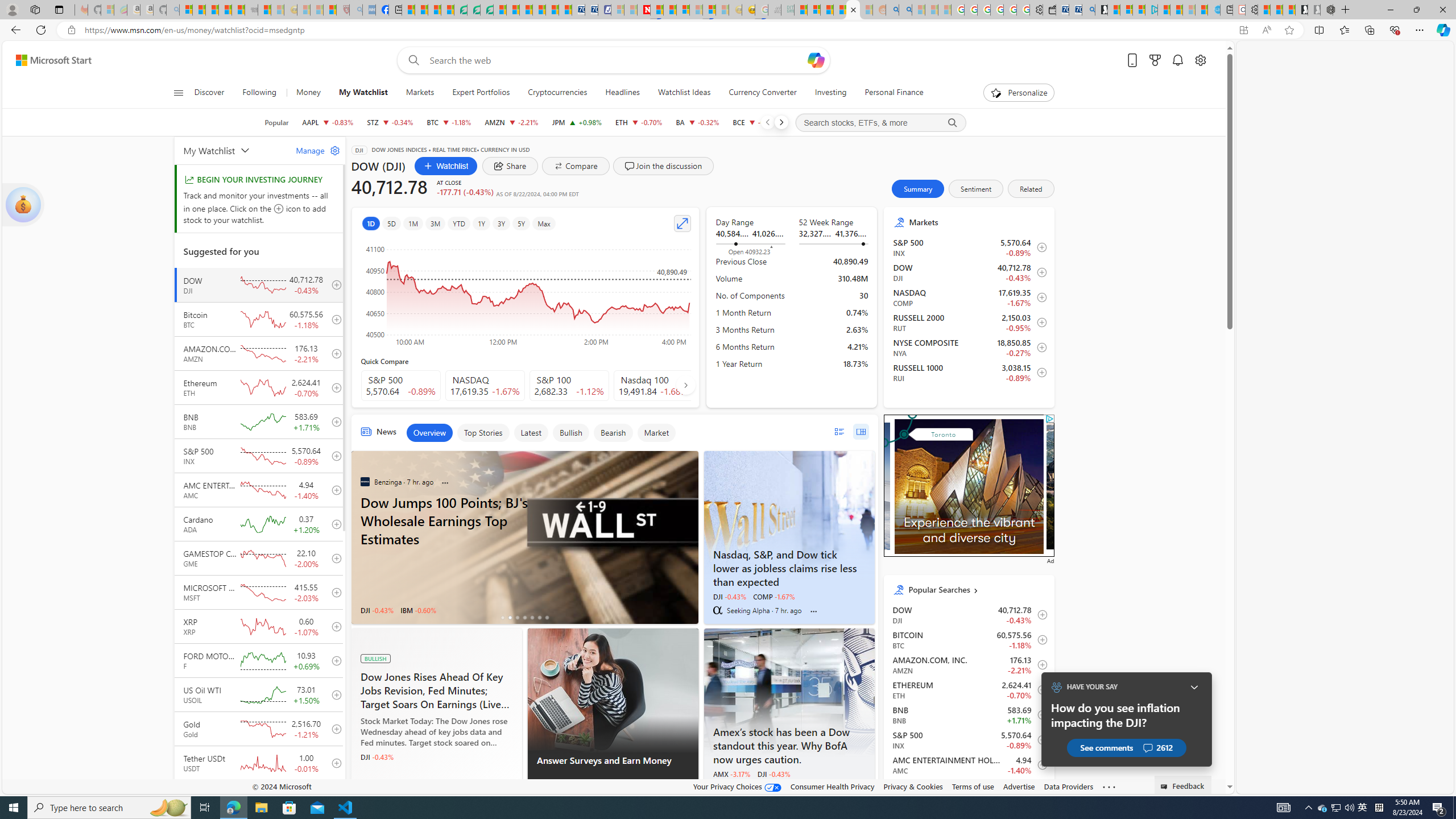 This screenshot has width=1456, height=819. Describe the element at coordinates (419, 92) in the screenshot. I see `'Markets'` at that location.